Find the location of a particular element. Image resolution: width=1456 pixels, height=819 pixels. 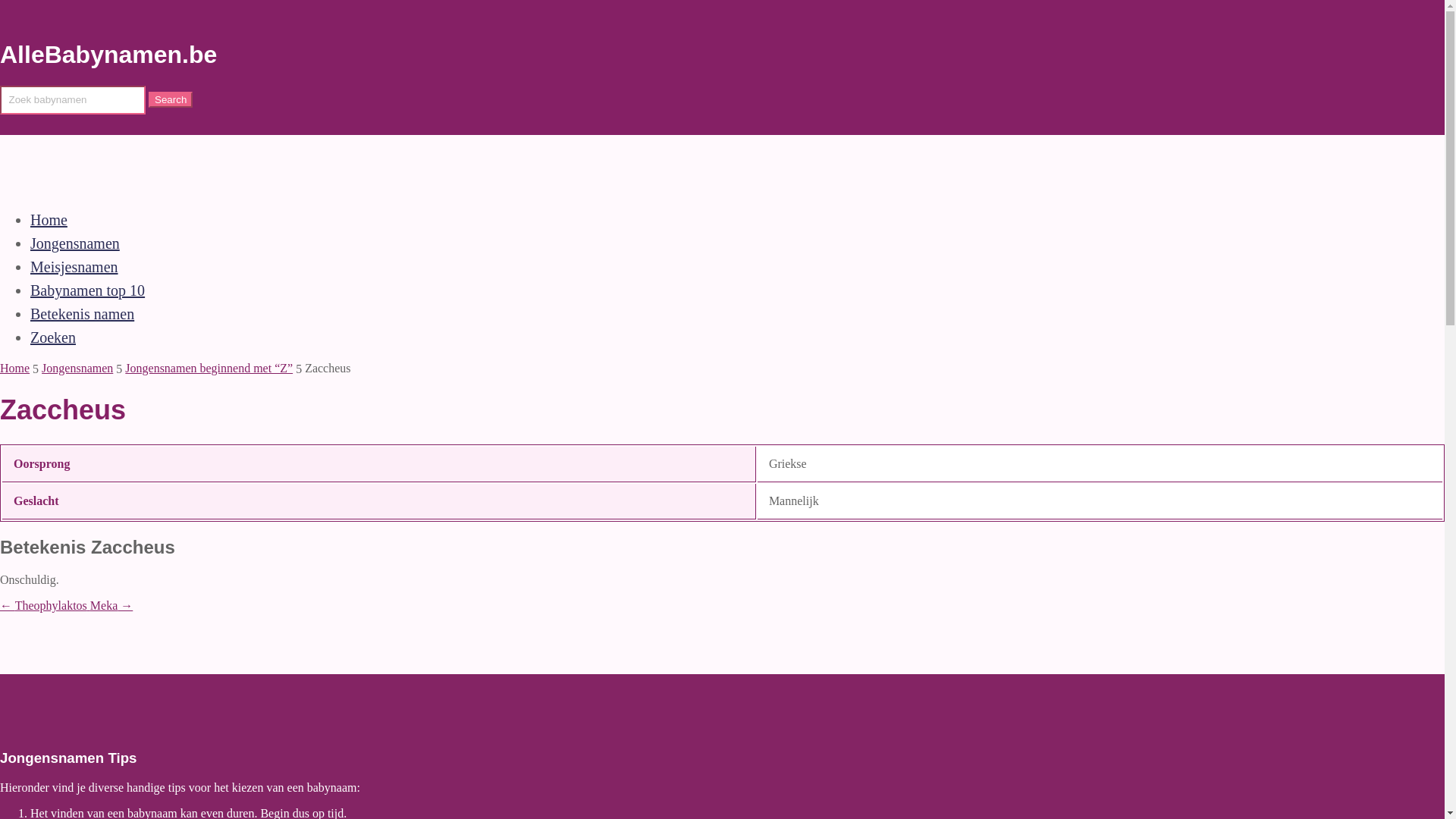

'Search' is located at coordinates (171, 99).